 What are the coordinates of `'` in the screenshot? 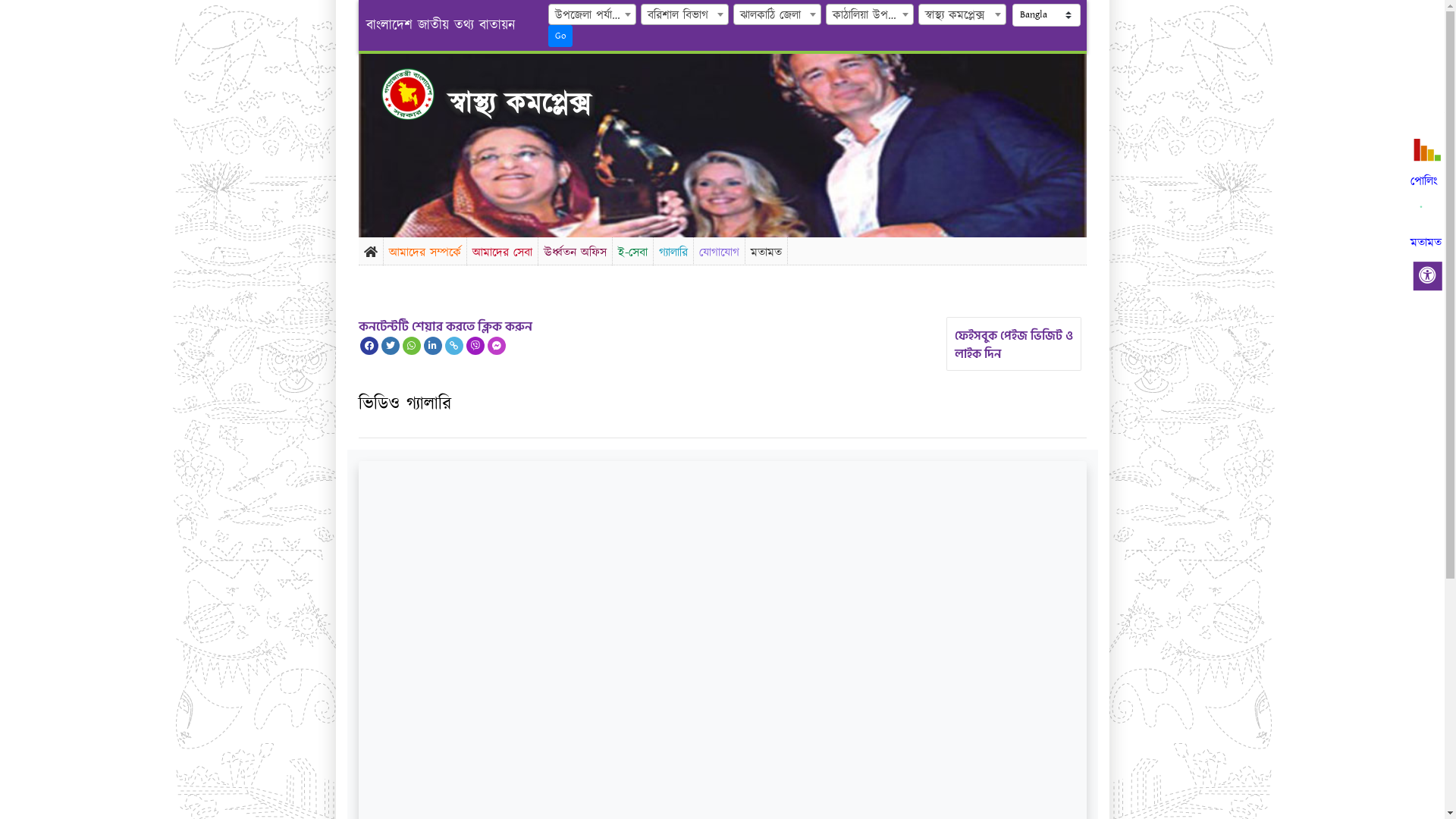 It's located at (420, 93).